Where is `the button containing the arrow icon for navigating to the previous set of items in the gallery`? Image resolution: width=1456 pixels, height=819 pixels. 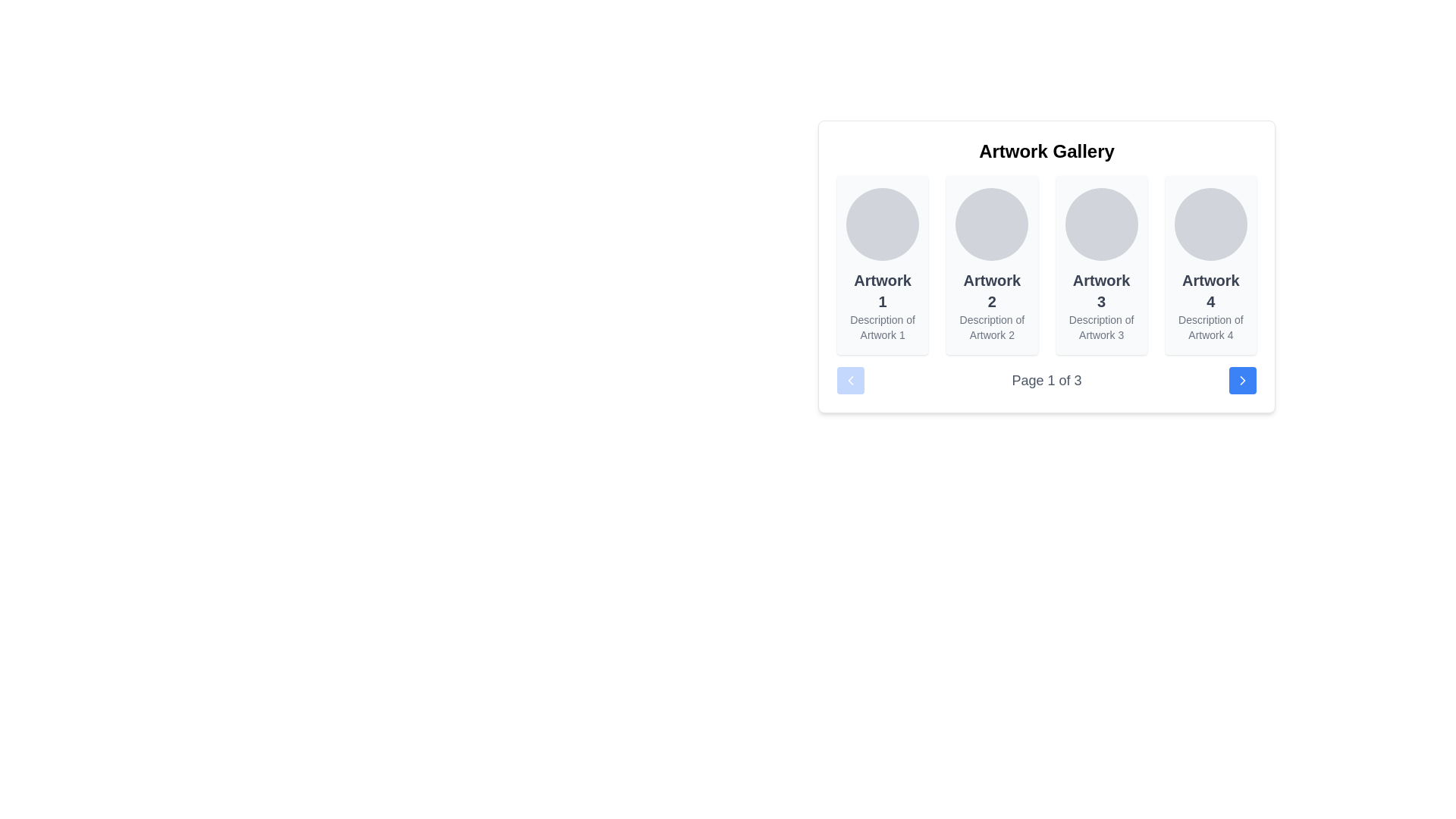
the button containing the arrow icon for navigating to the previous set of items in the gallery is located at coordinates (851, 379).